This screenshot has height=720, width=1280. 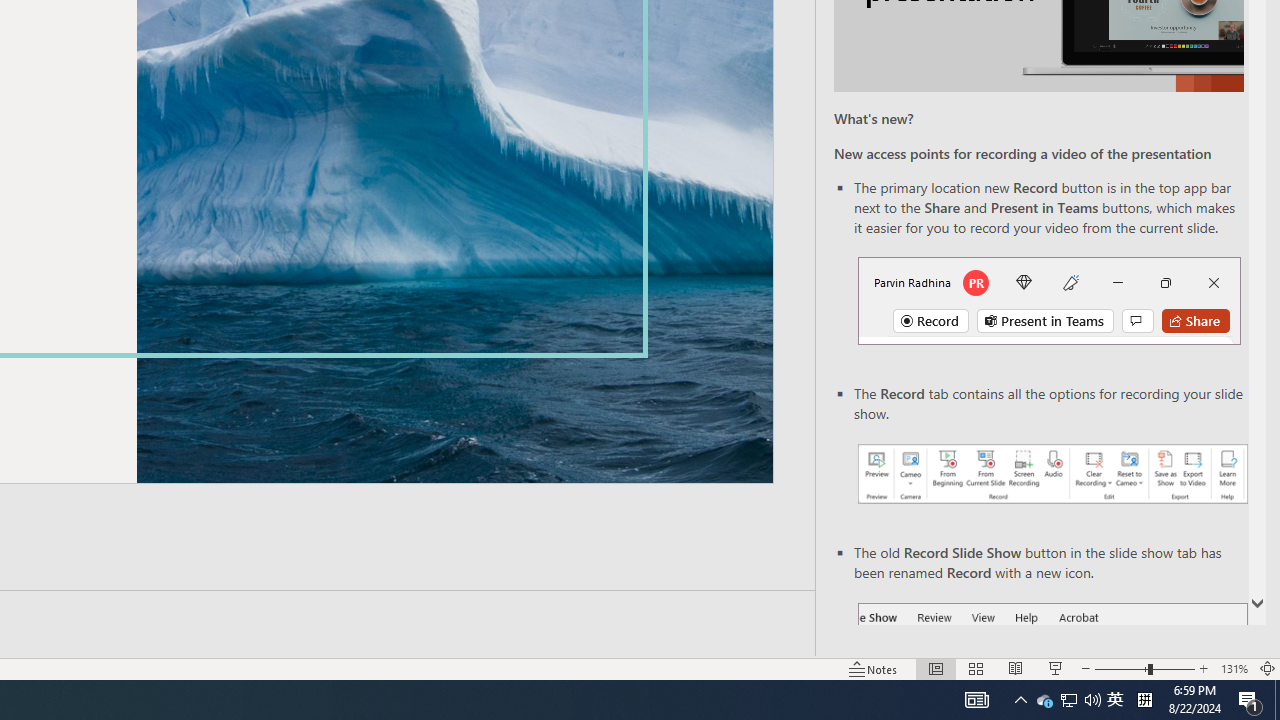 What do you see at coordinates (1250, 698) in the screenshot?
I see `'Action Center, 1 new notification'` at bounding box center [1250, 698].